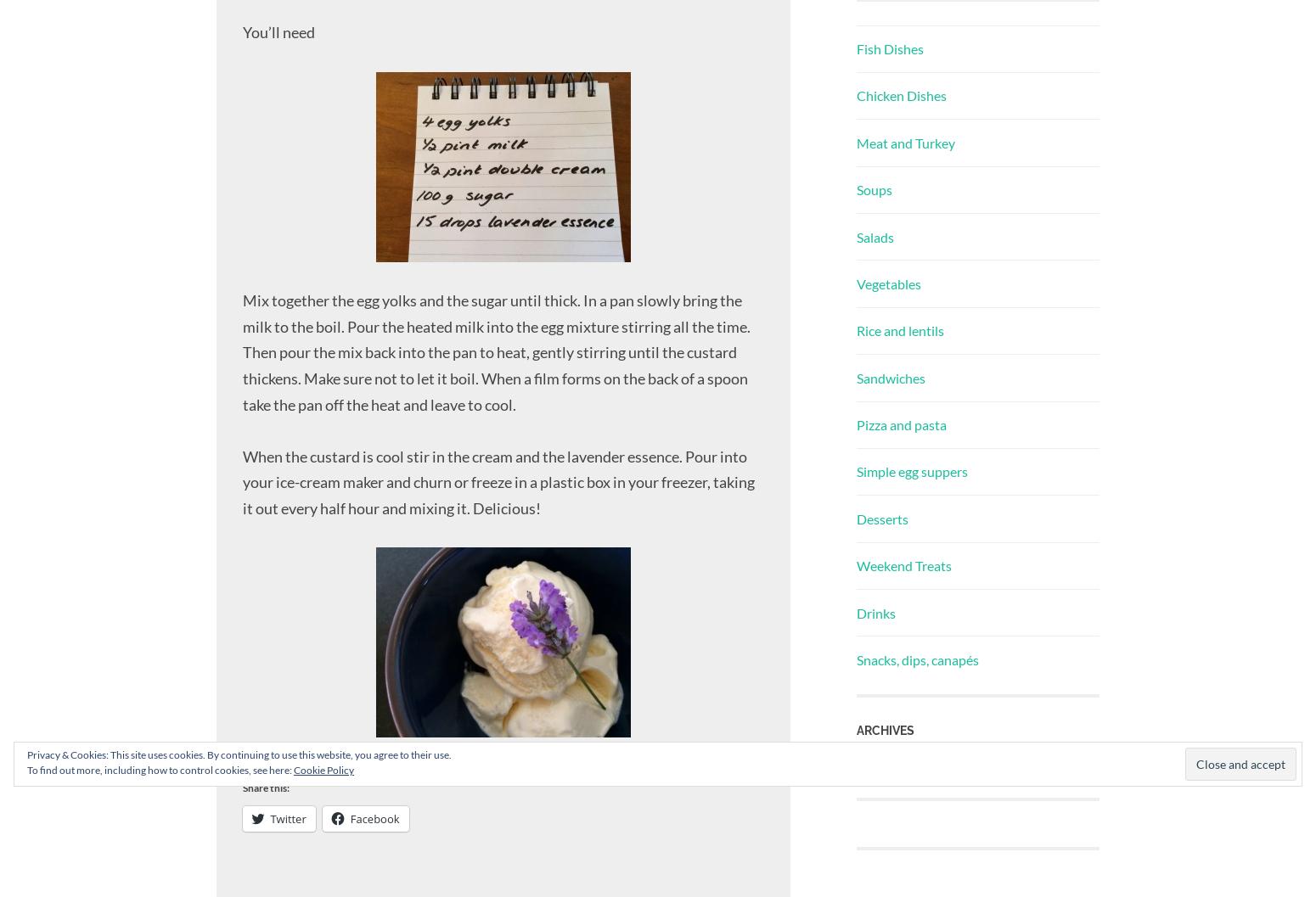 This screenshot has width=1316, height=897. Describe the element at coordinates (159, 770) in the screenshot. I see `'To find out more, including how to control cookies, see here:'` at that location.